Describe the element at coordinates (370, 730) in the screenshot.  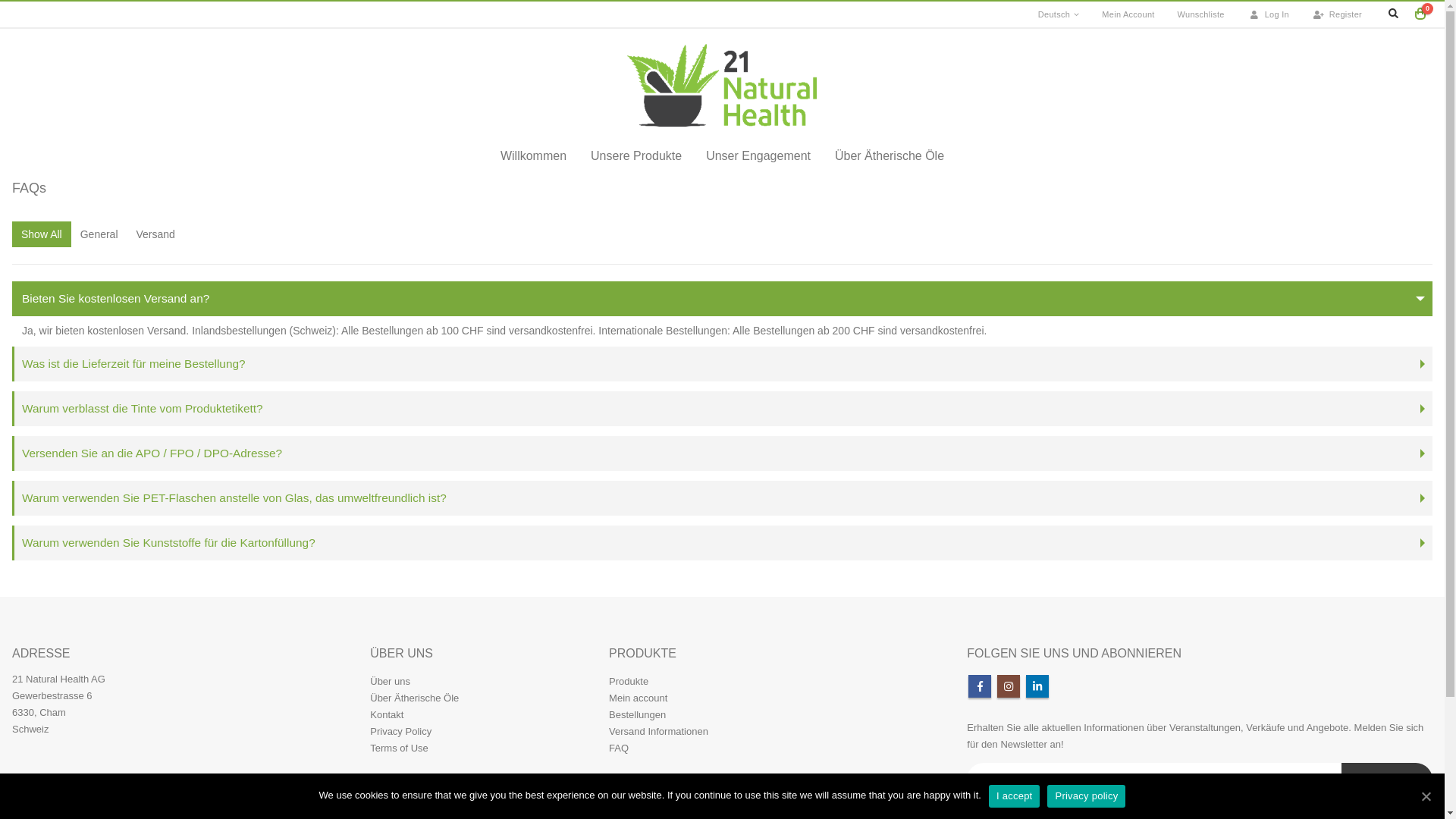
I see `'Privacy Policy'` at that location.